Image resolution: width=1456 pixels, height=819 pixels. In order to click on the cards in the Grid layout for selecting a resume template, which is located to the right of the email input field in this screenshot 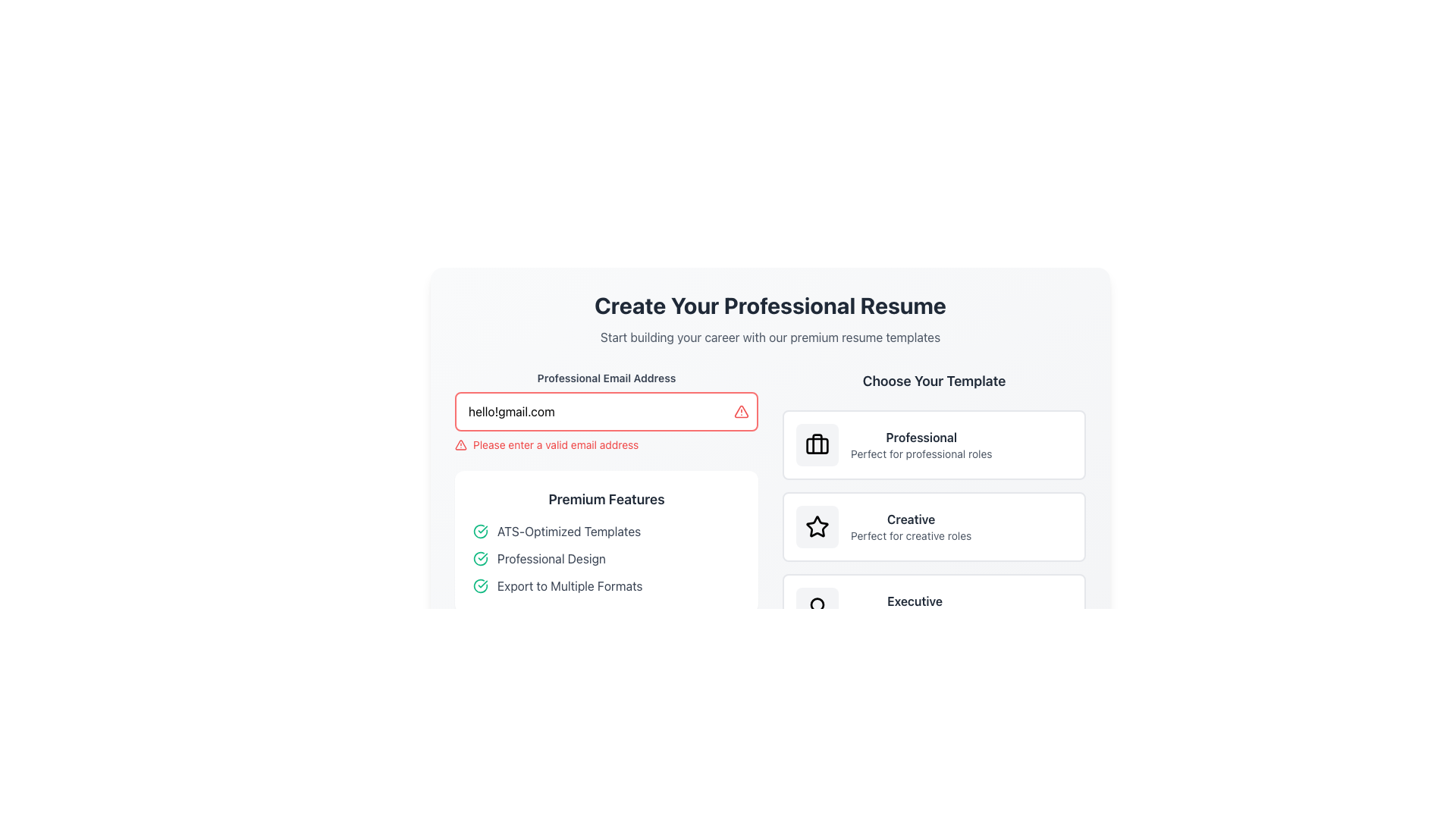, I will do `click(770, 507)`.